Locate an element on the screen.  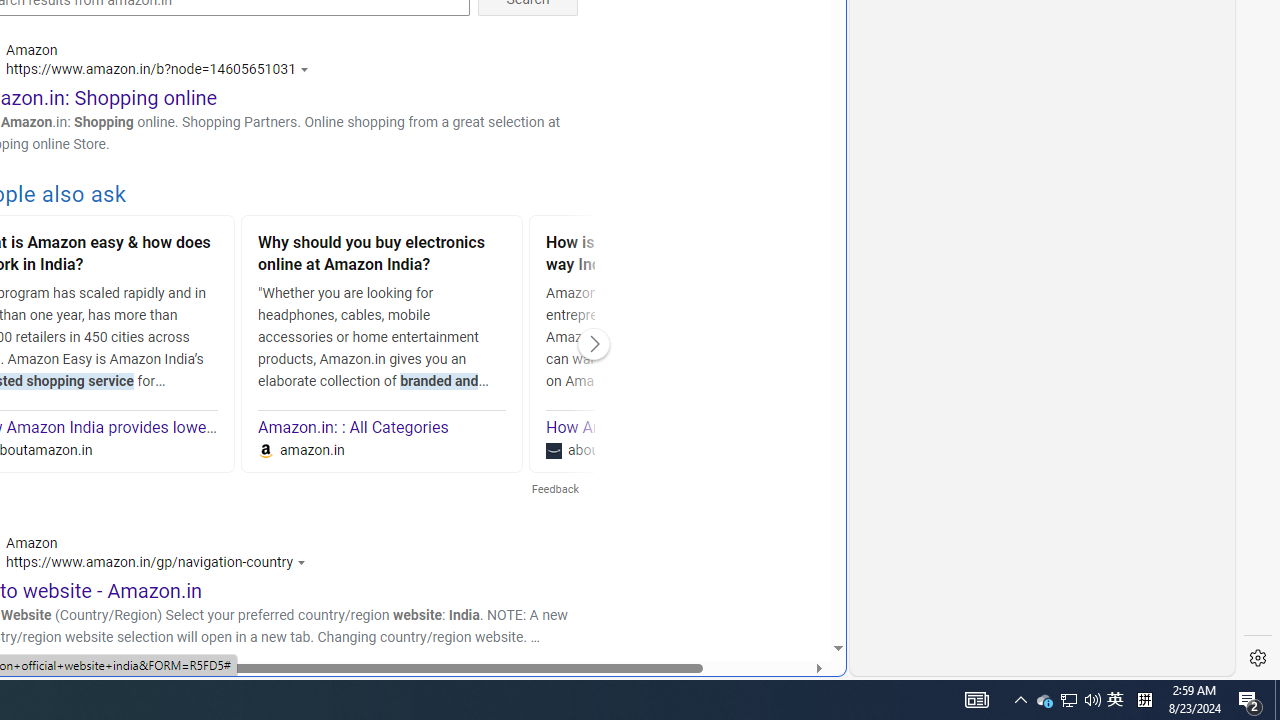
'Why should you buy electronics online at Amazon India?' is located at coordinates (382, 255).